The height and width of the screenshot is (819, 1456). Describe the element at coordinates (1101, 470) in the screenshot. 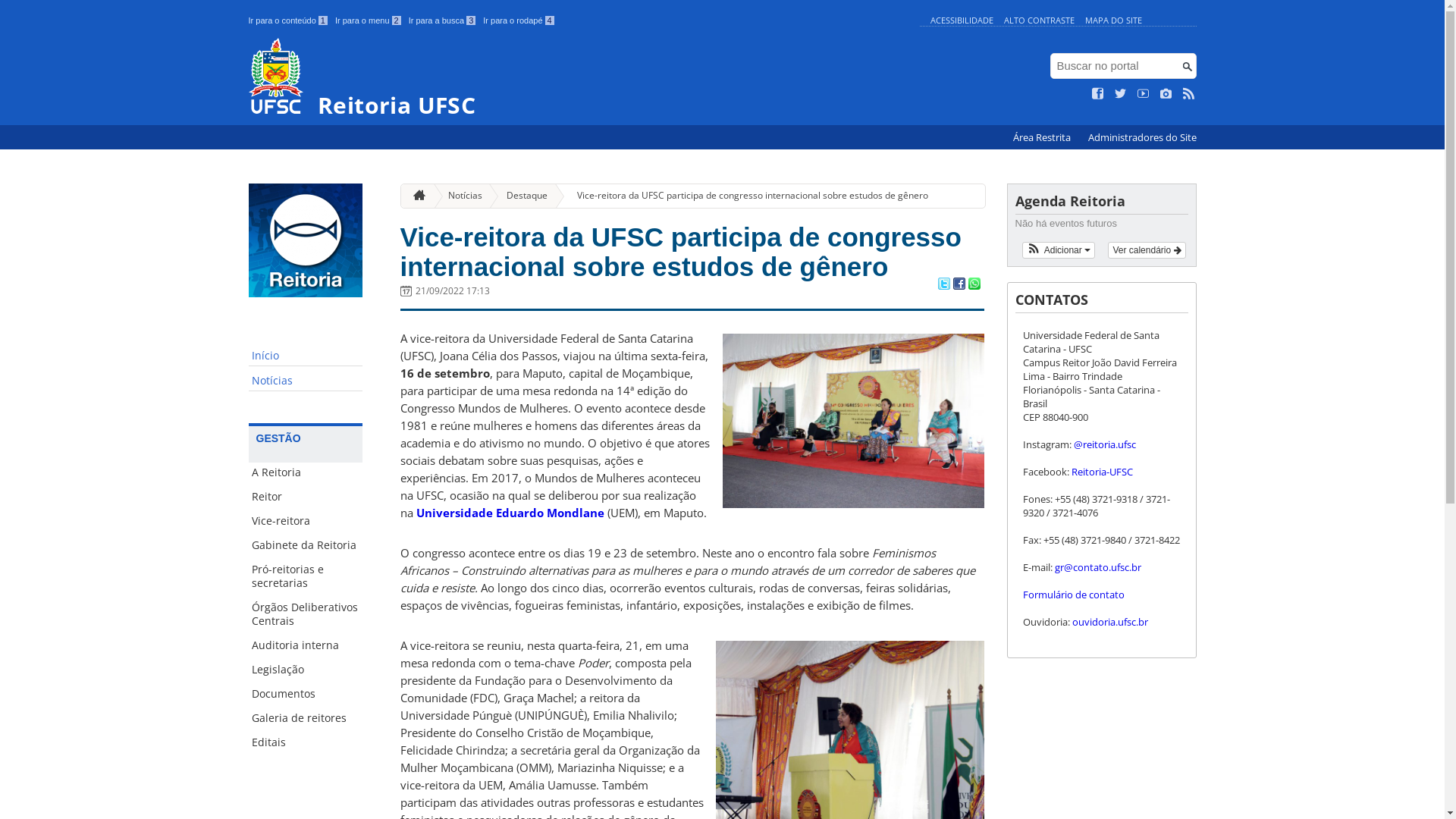

I see `'Reitoria-UFSC'` at that location.